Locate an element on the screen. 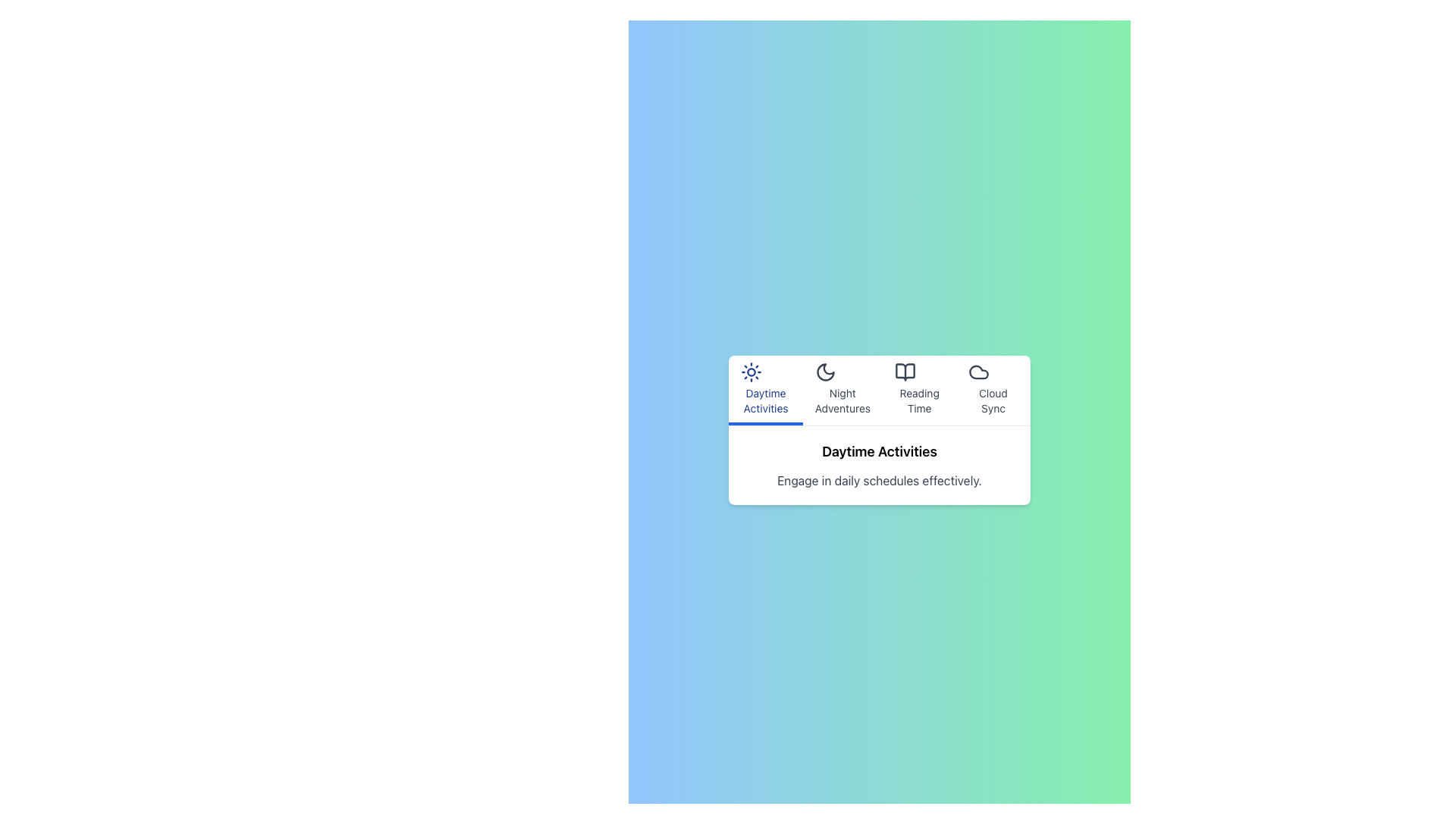  the crescent moon icon in the second position of the horizontal navigation bar, which represents the 'Night Adventures' section is located at coordinates (824, 372).